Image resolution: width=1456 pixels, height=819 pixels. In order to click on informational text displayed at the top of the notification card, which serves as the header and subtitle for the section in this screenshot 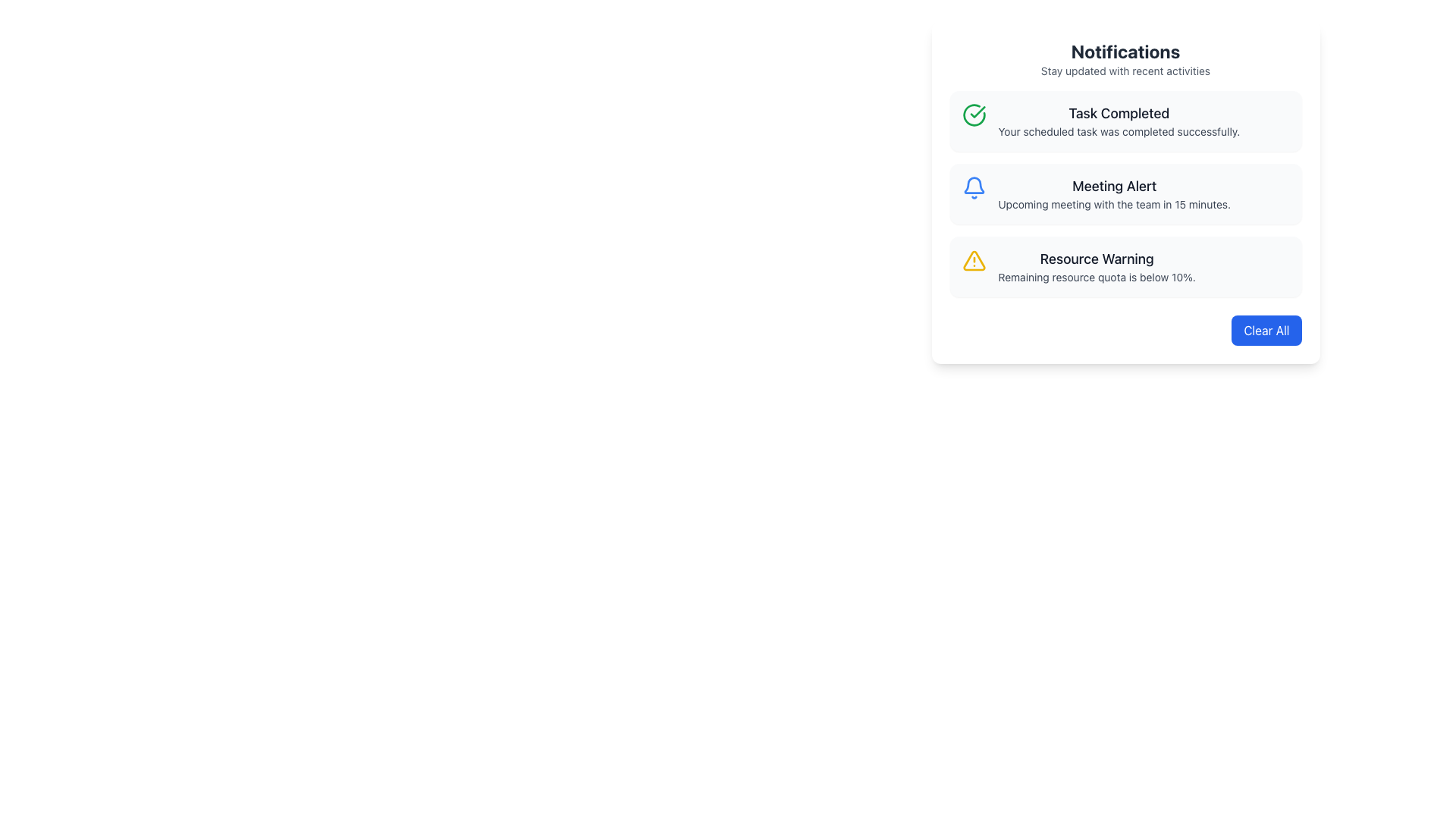, I will do `click(1125, 58)`.